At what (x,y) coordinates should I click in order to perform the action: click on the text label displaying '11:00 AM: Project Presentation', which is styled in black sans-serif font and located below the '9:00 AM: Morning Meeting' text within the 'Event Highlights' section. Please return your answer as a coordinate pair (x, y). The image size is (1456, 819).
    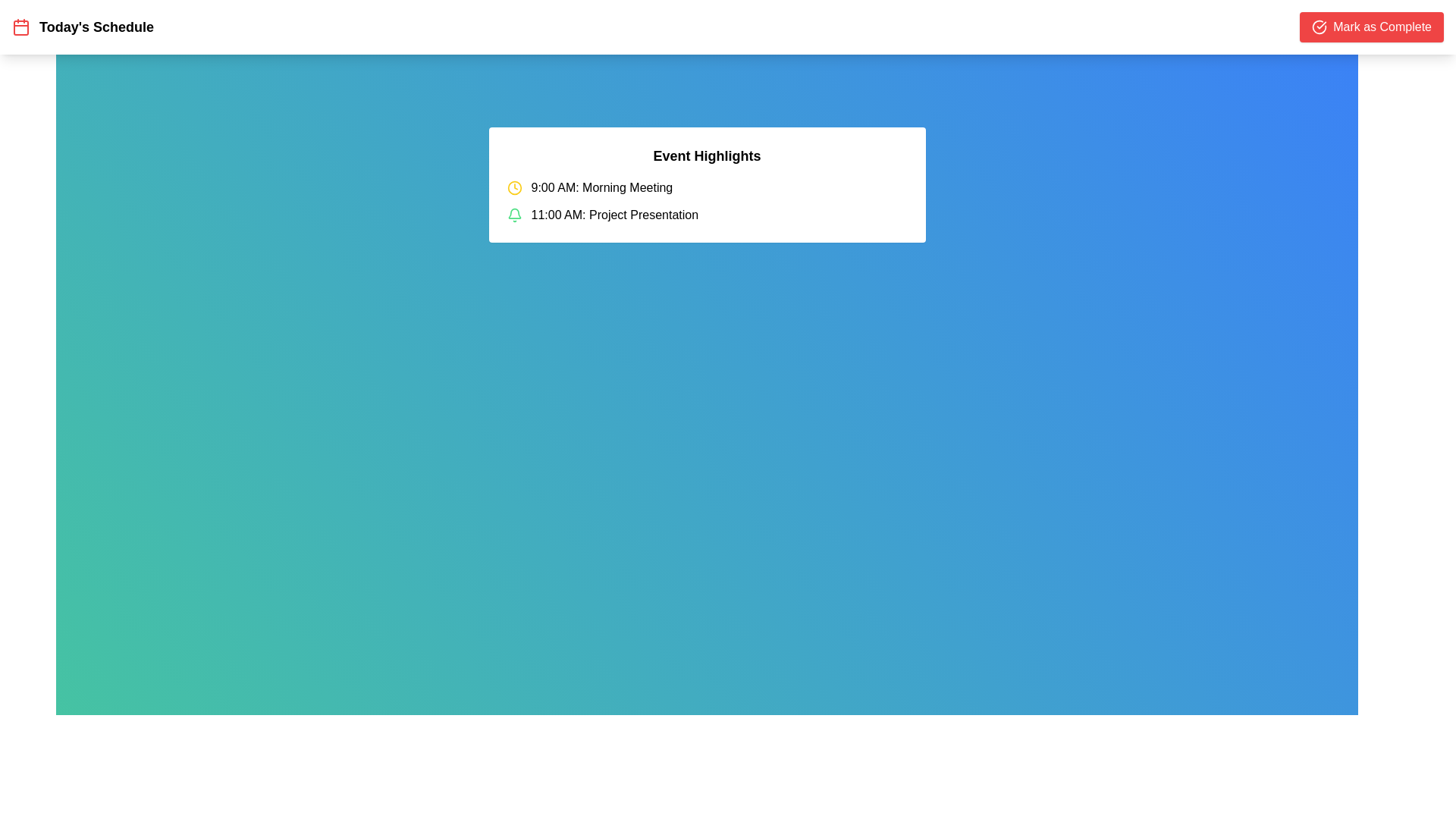
    Looking at the image, I should click on (614, 215).